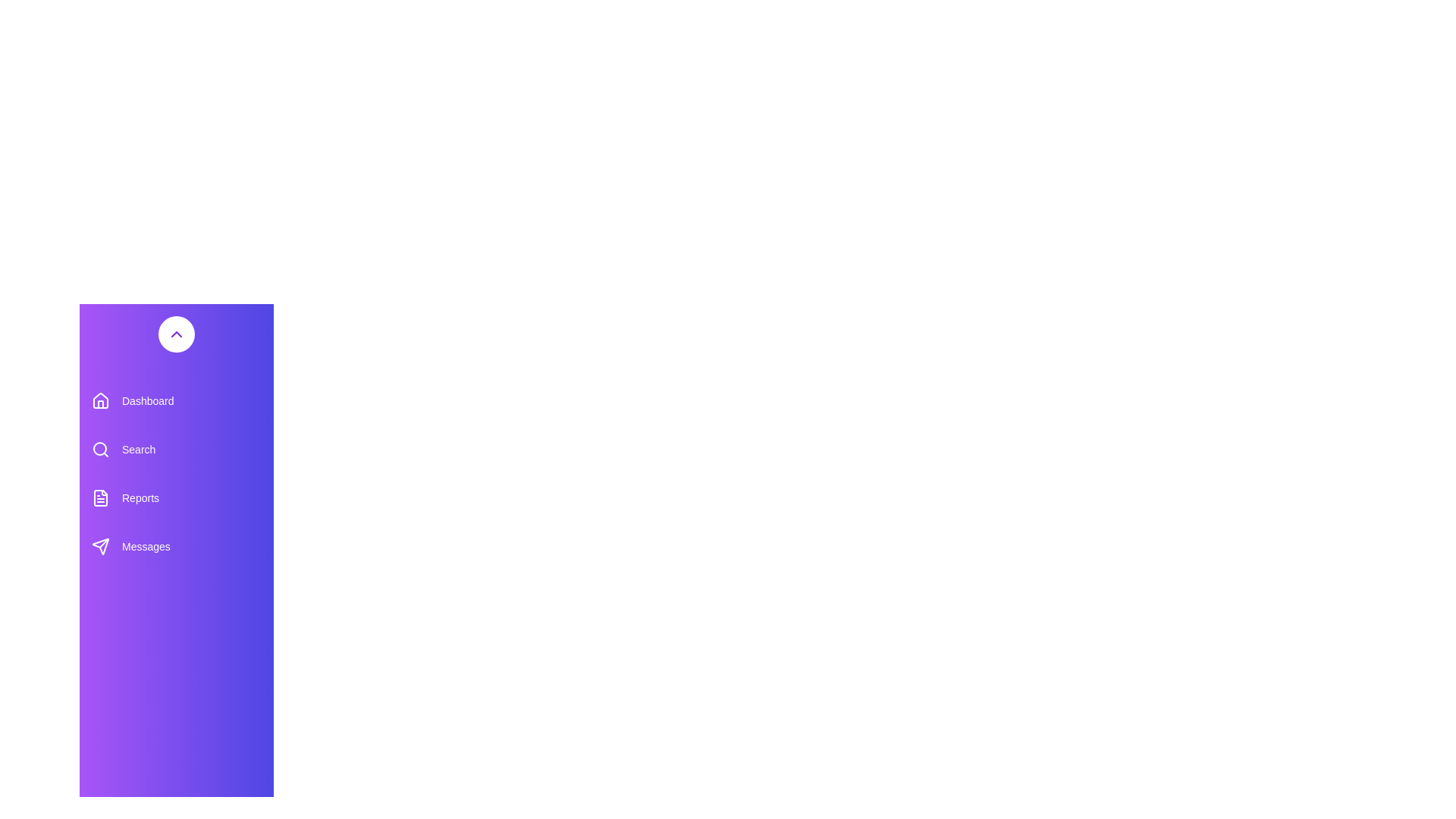 The width and height of the screenshot is (1456, 819). Describe the element at coordinates (177, 333) in the screenshot. I see `the interactive button located in the top section of the vertical menu on the left side of the interface` at that location.